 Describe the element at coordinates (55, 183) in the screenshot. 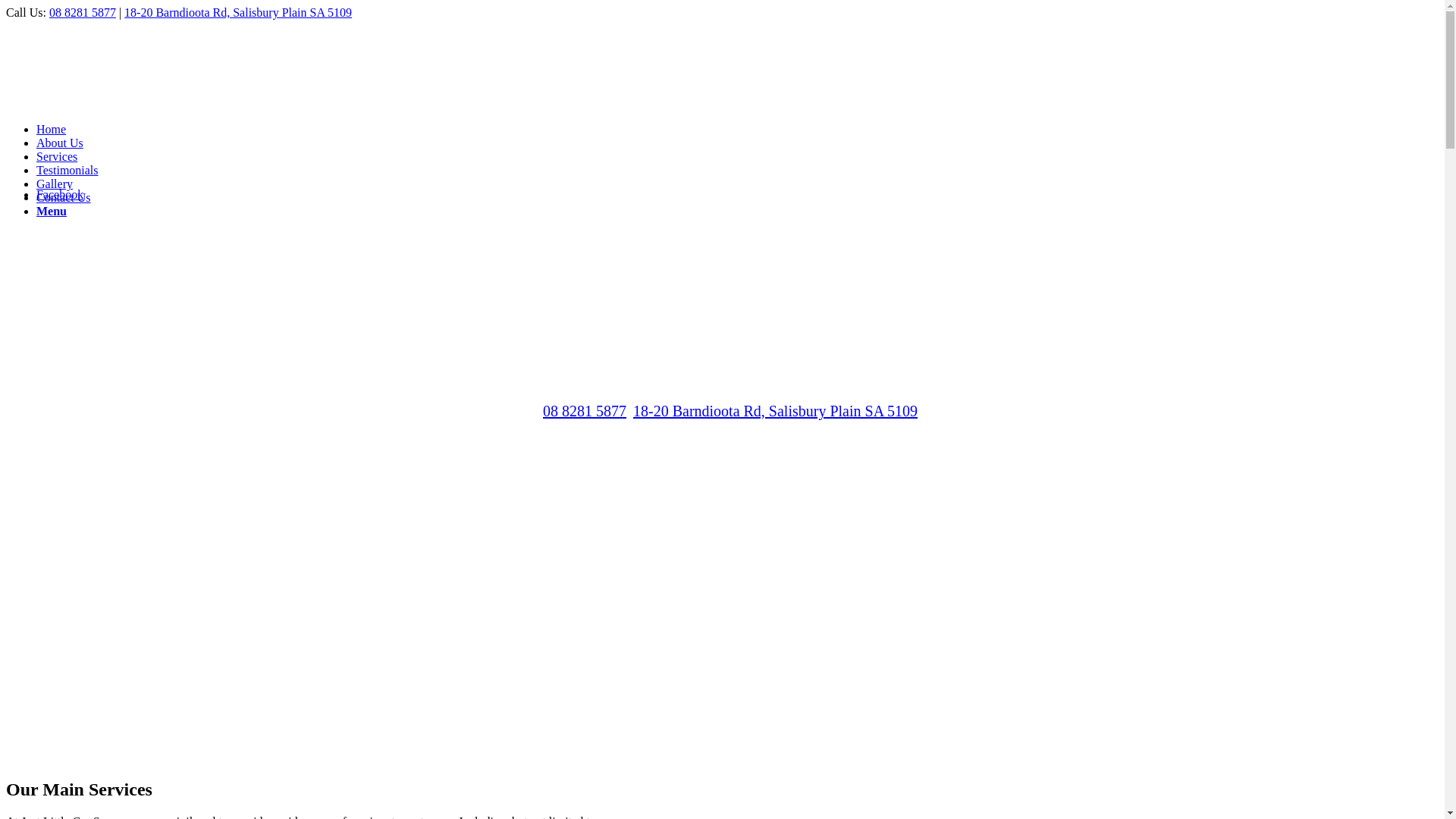

I see `'Gallery'` at that location.